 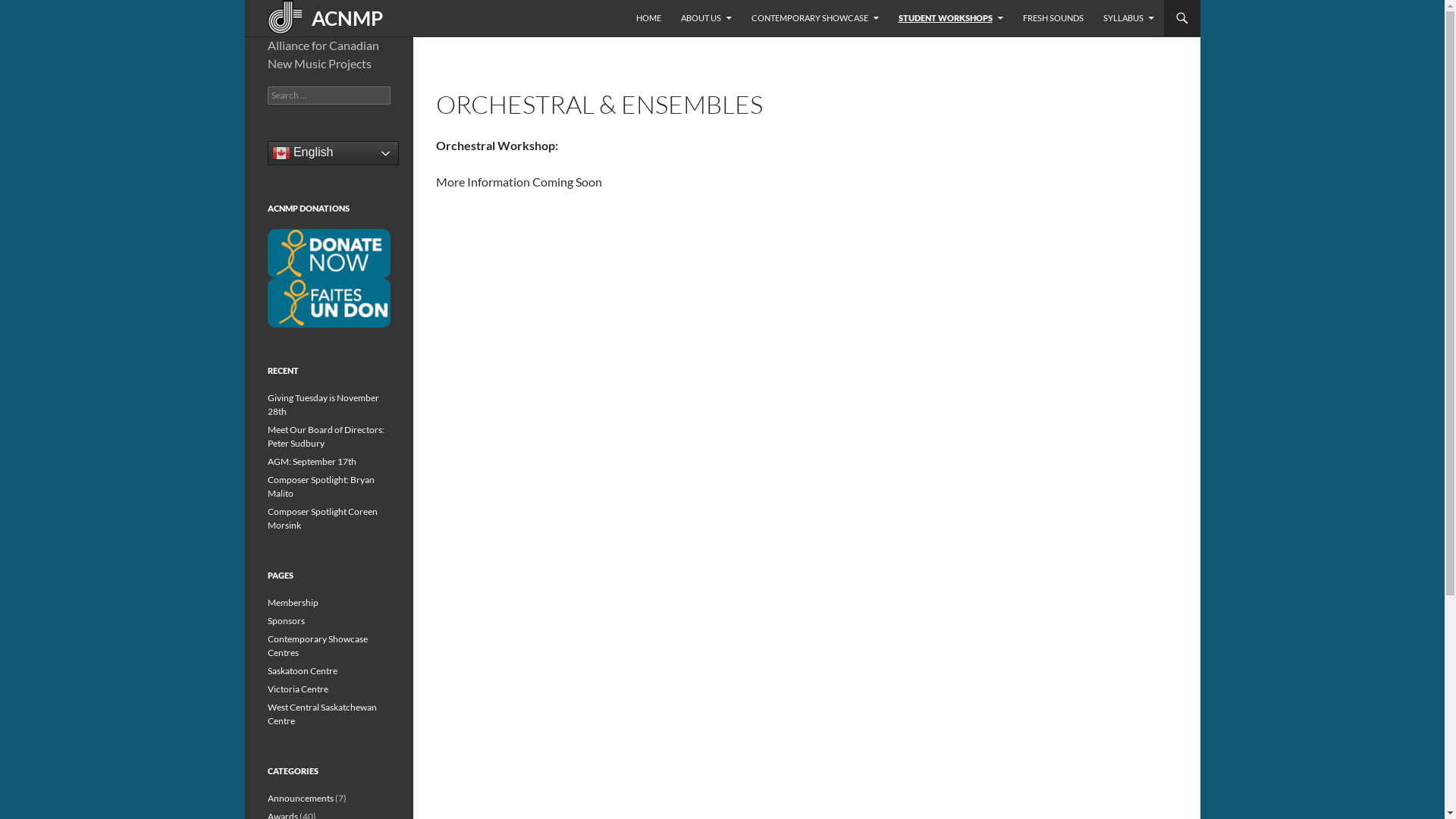 I want to click on 'SYLLABUS', so click(x=1093, y=17).